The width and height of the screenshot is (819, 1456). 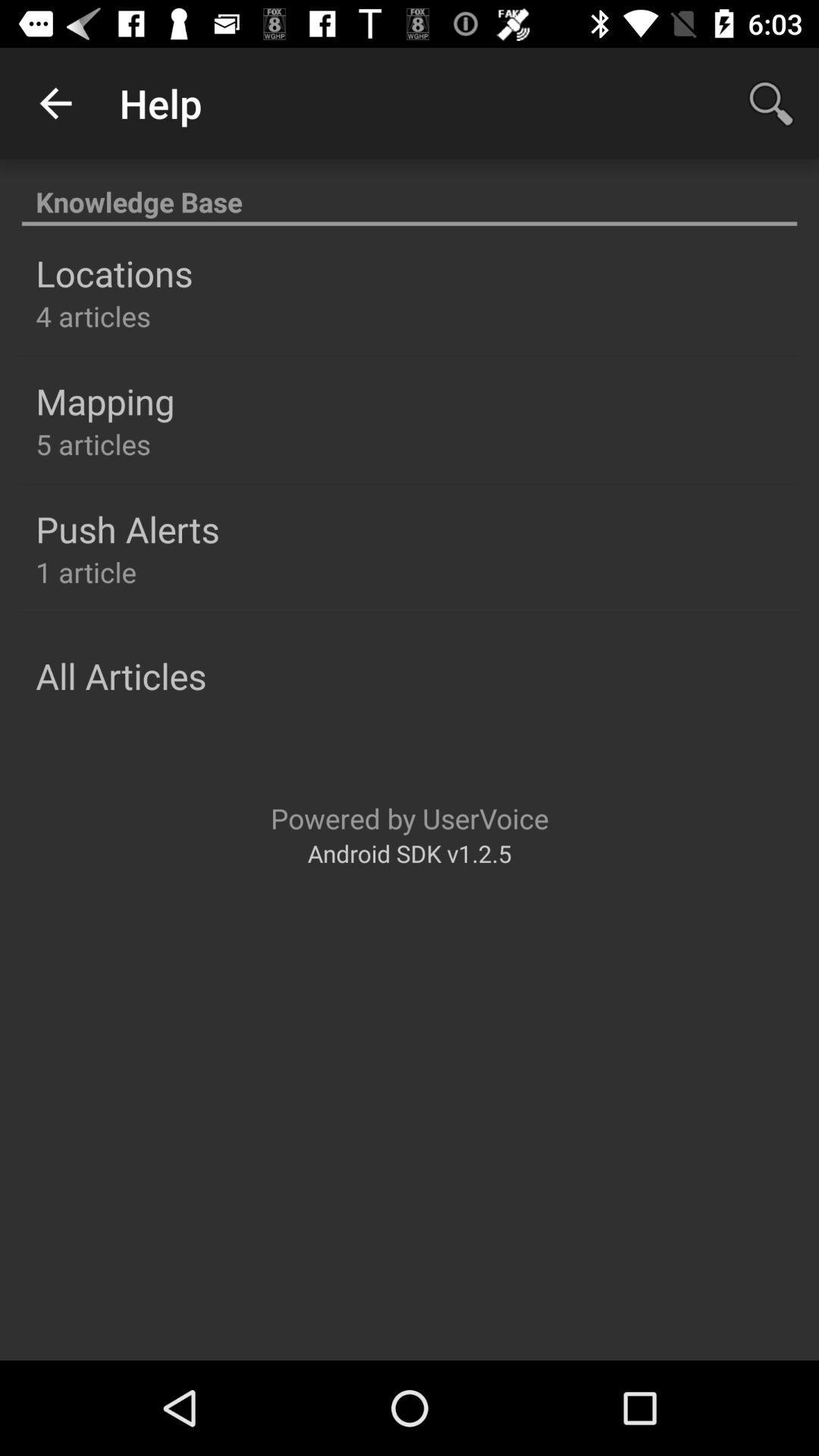 I want to click on android sdk v1, so click(x=409, y=853).